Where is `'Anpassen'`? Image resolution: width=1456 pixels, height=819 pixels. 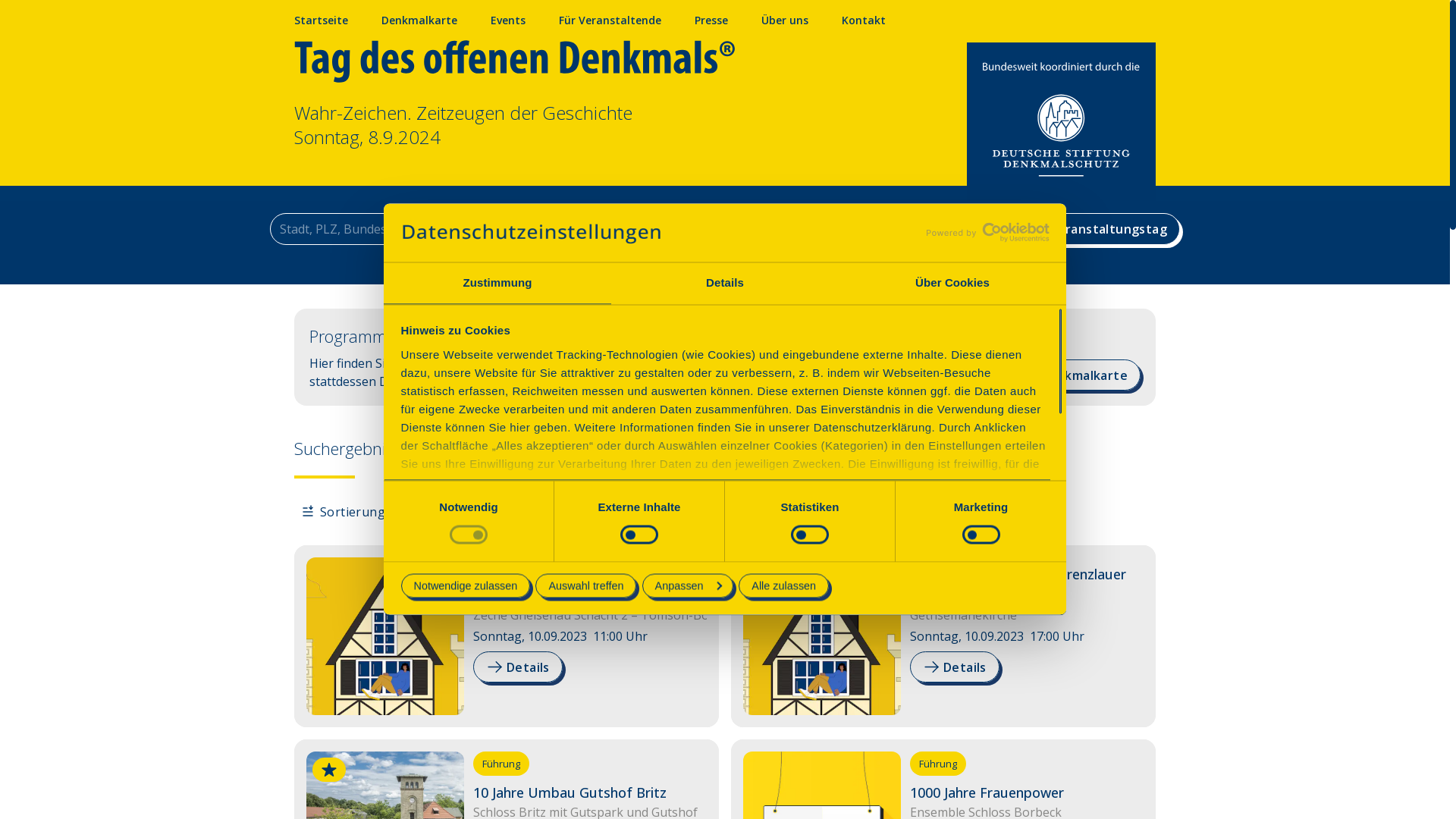 'Anpassen' is located at coordinates (687, 584).